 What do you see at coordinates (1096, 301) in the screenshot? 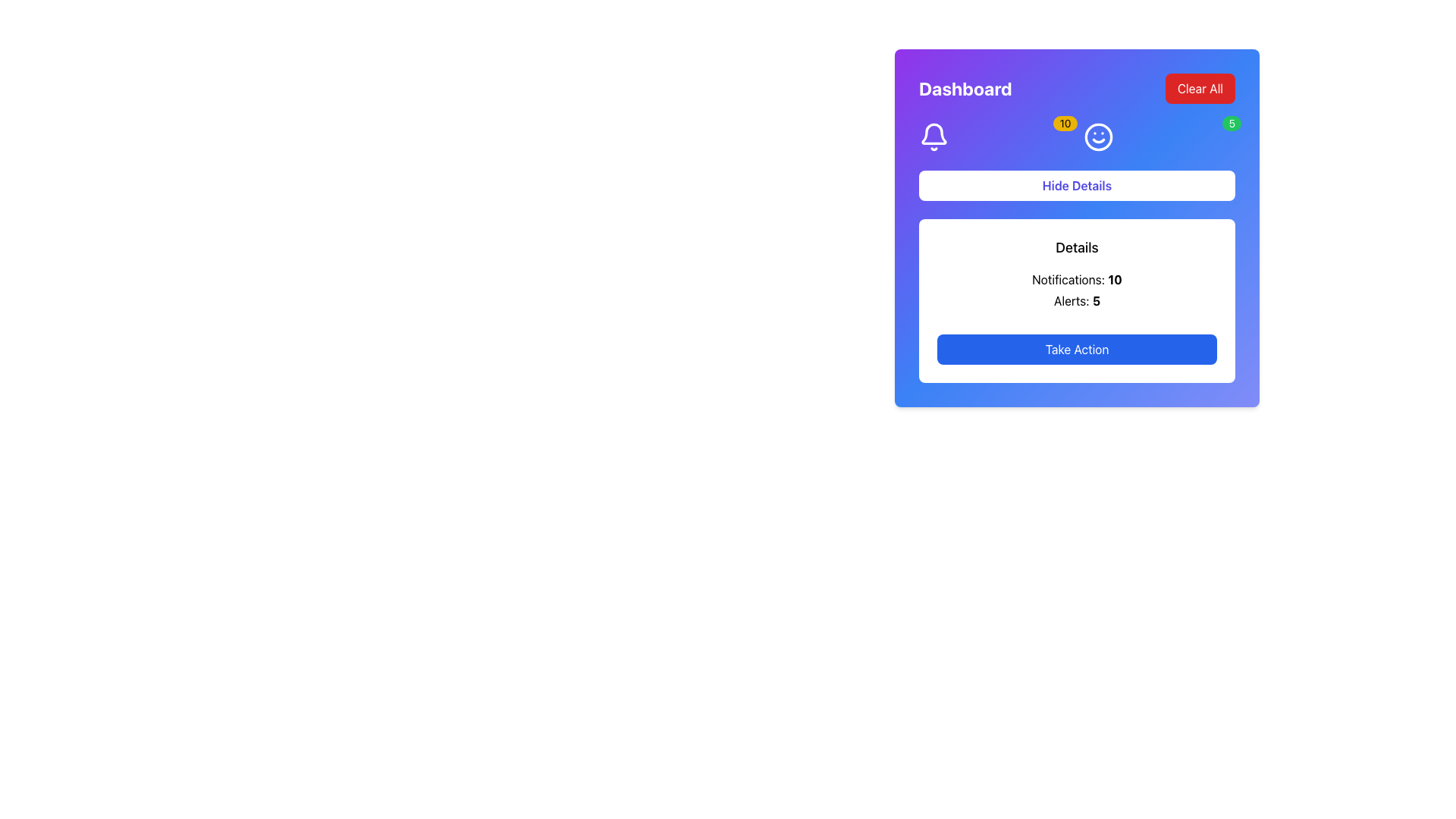
I see `the static text element displaying the alert count '5' located to the right of the label 'Alerts:' in the 'Details' section of the interface` at bounding box center [1096, 301].